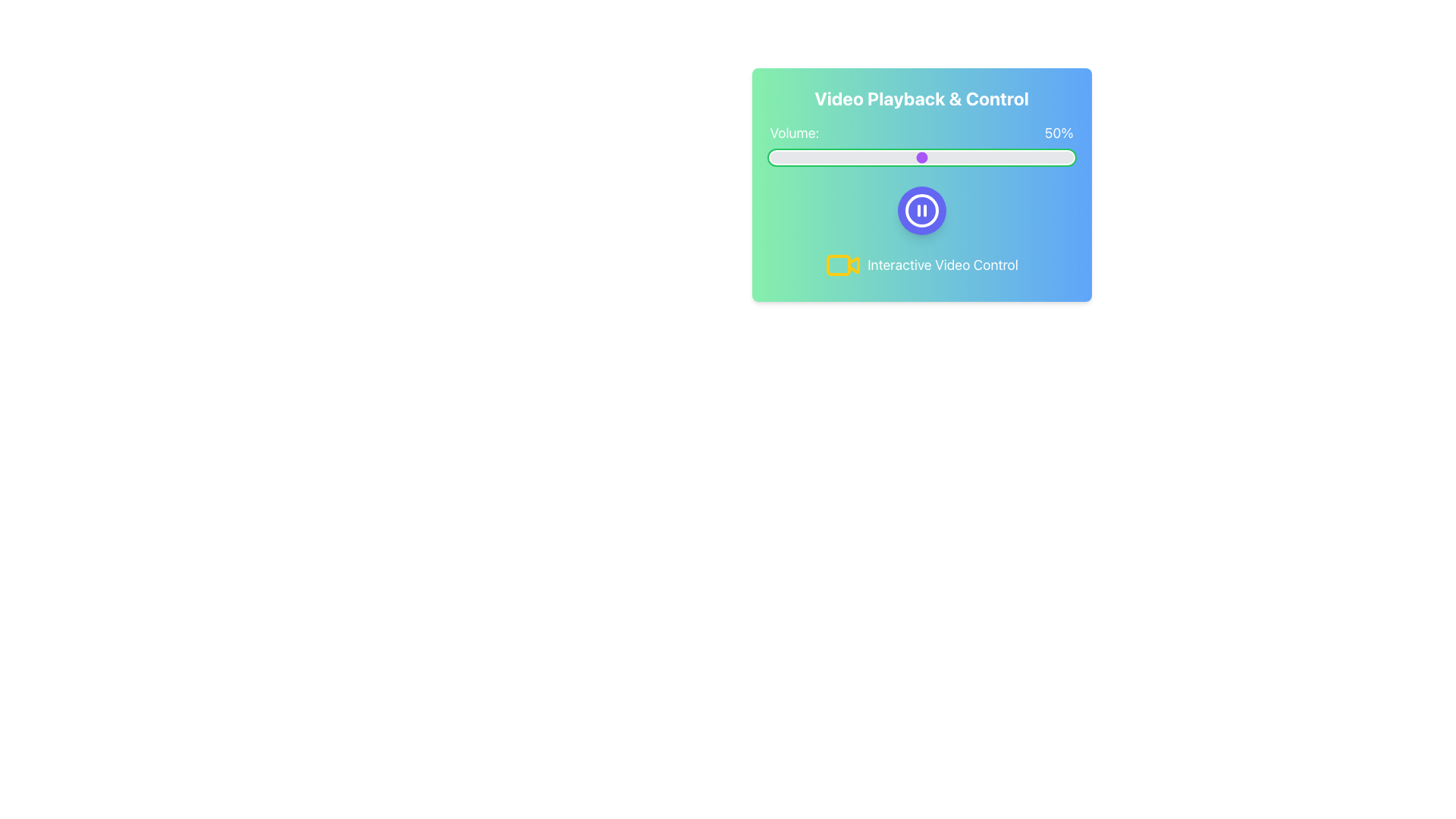 Image resolution: width=1456 pixels, height=819 pixels. Describe the element at coordinates (1058, 133) in the screenshot. I see `the Static Label displaying '50%' in white font against a blue background, located in the top-right corner of the volume control section of the 'Video Playback & Control' interface` at that location.